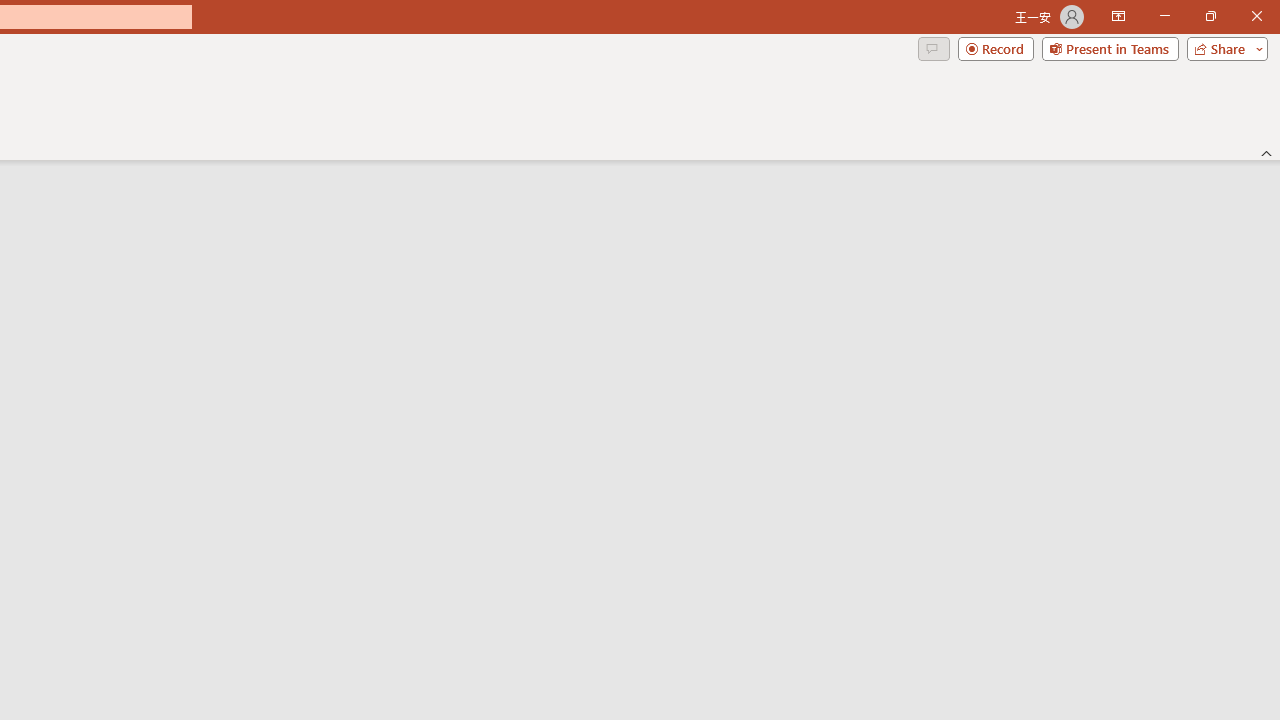 This screenshot has width=1280, height=720. I want to click on 'Ribbon Display Options', so click(1117, 16).